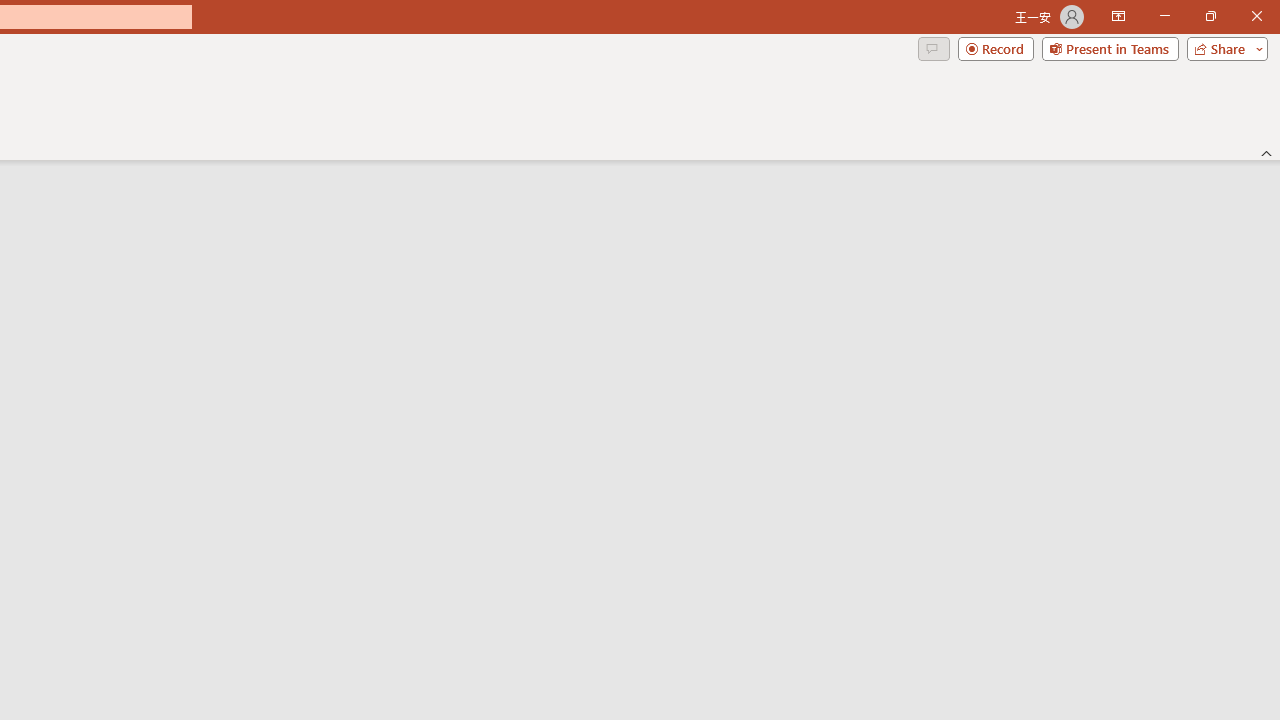 This screenshot has width=1280, height=720. I want to click on 'Ribbon Display Options', so click(1117, 16).